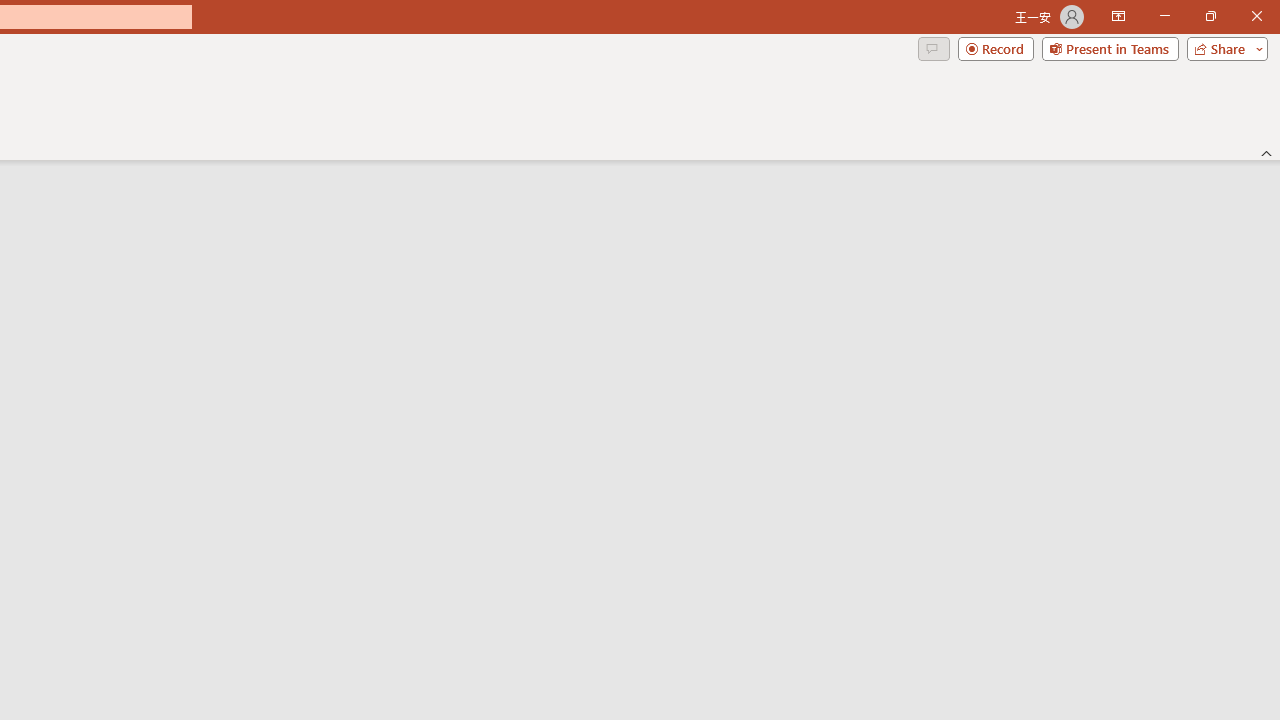 This screenshot has width=1280, height=720. I want to click on 'Ribbon Display Options', so click(1117, 16).